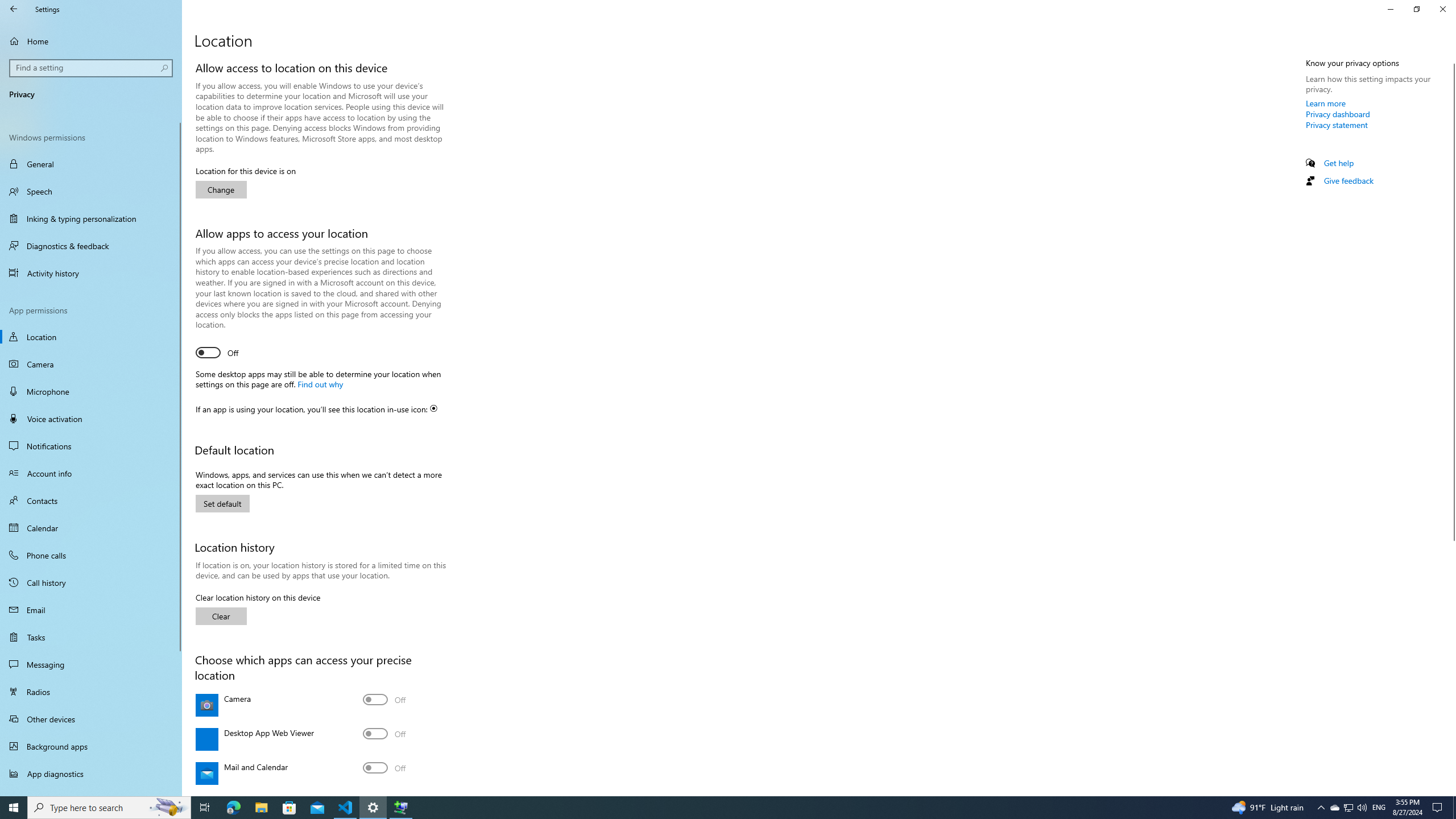 This screenshot has height=819, width=1456. Describe the element at coordinates (221, 616) in the screenshot. I see `'Clear'` at that location.